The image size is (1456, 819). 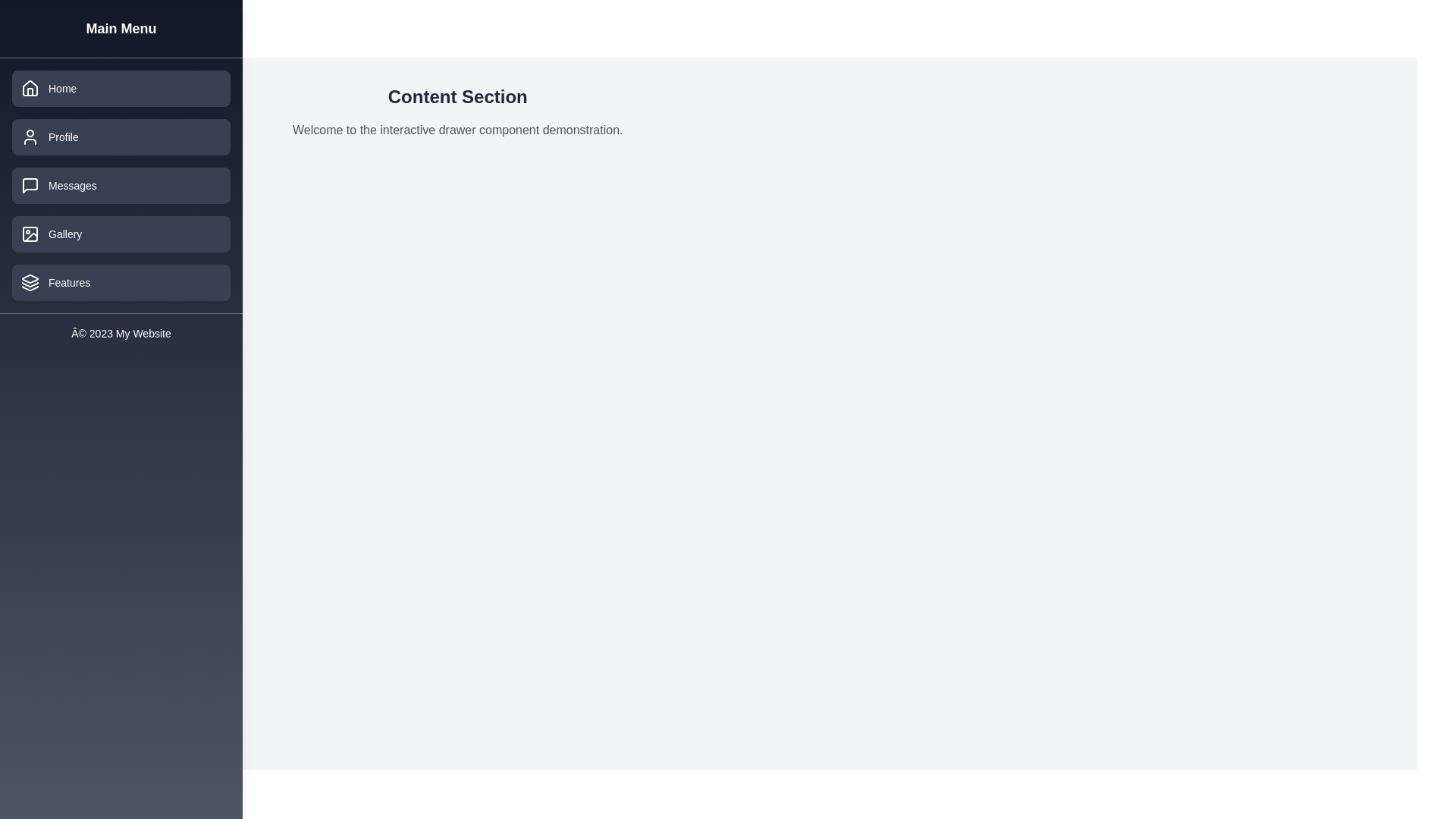 I want to click on the 'Home' button located at the top of the vertical navigation menu in the left pane to observe styling changes, so click(x=120, y=88).